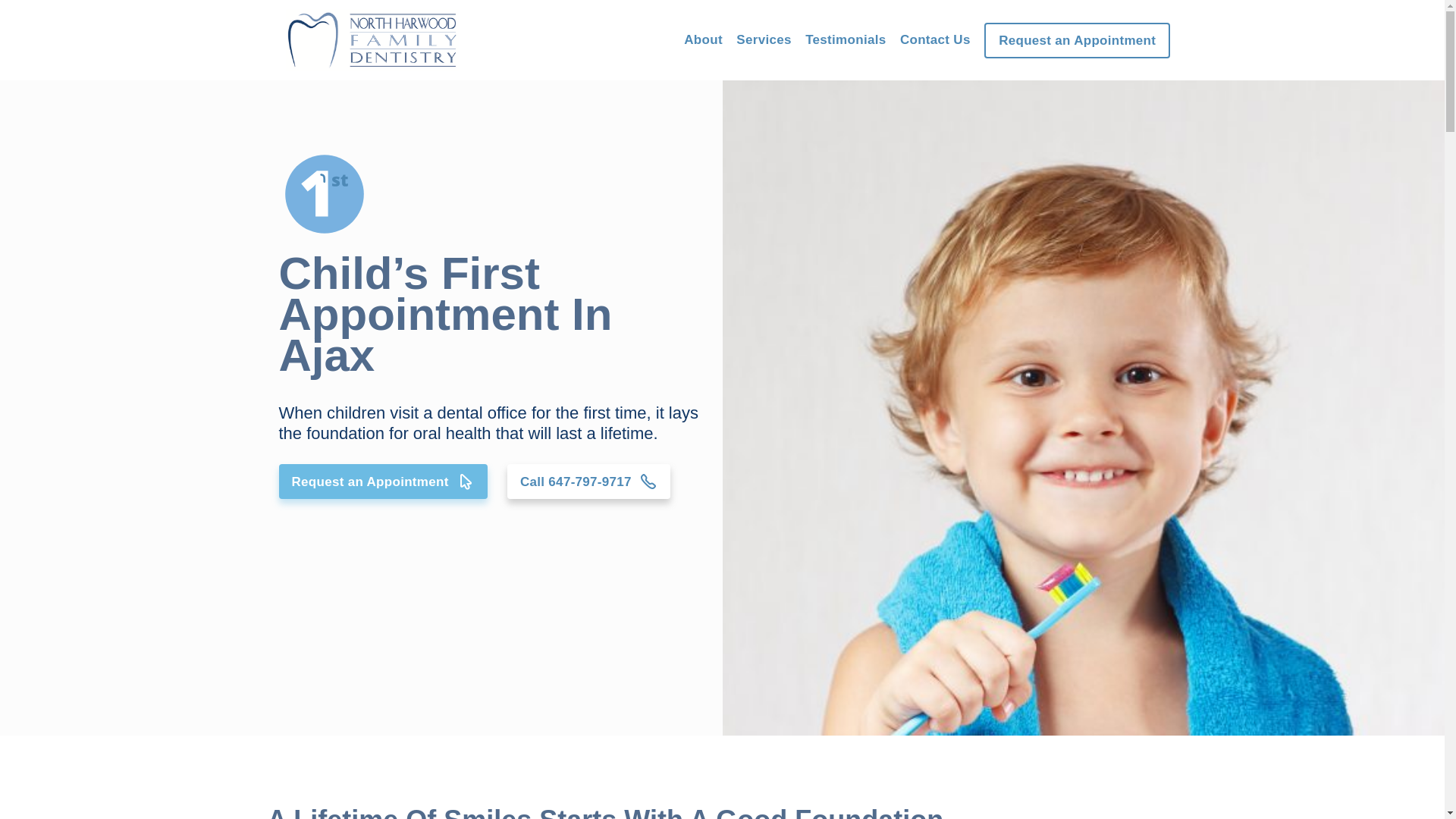  What do you see at coordinates (934, 39) in the screenshot?
I see `'Contact Us'` at bounding box center [934, 39].